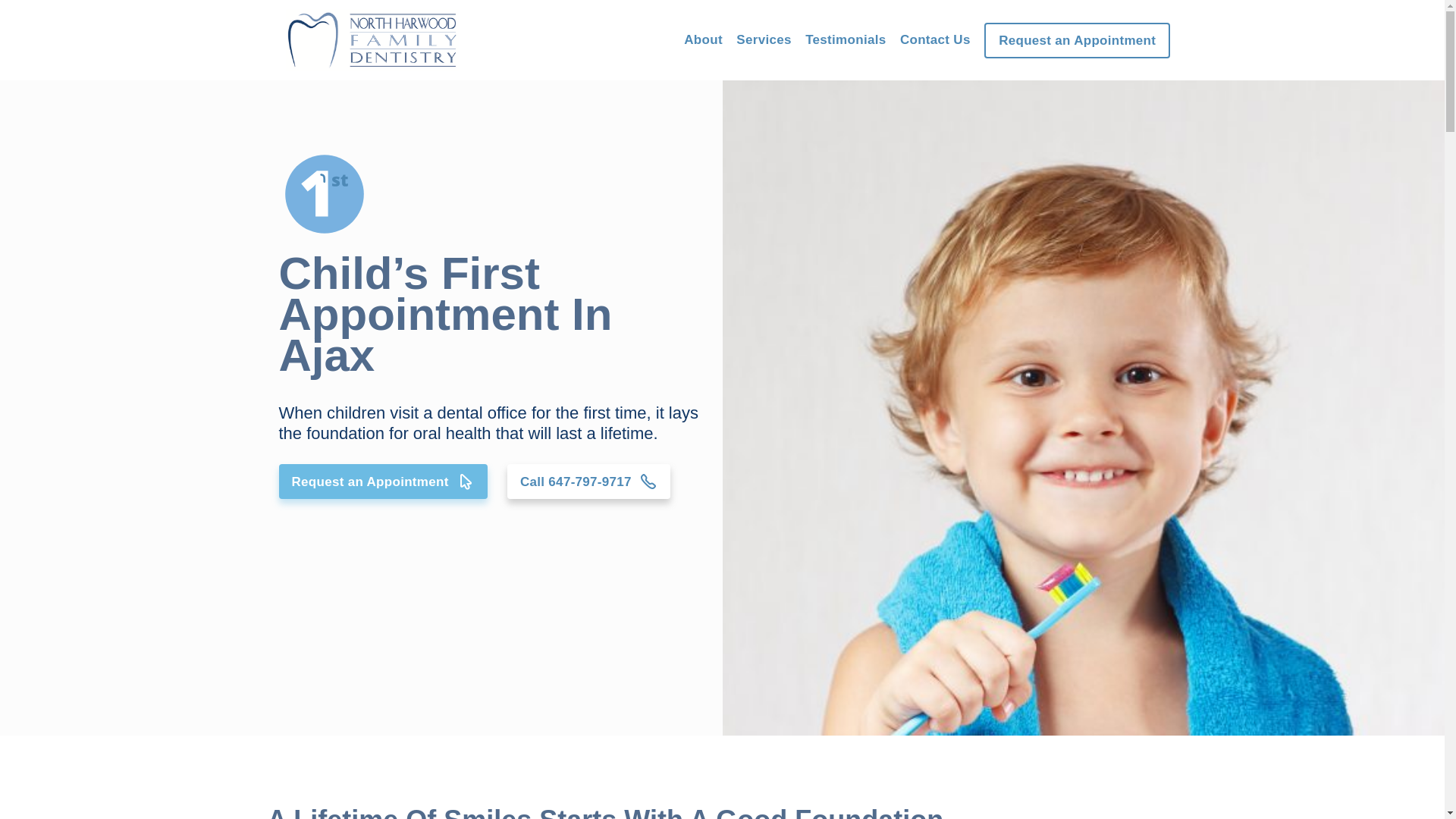  What do you see at coordinates (934, 39) in the screenshot?
I see `'Contact Us'` at bounding box center [934, 39].